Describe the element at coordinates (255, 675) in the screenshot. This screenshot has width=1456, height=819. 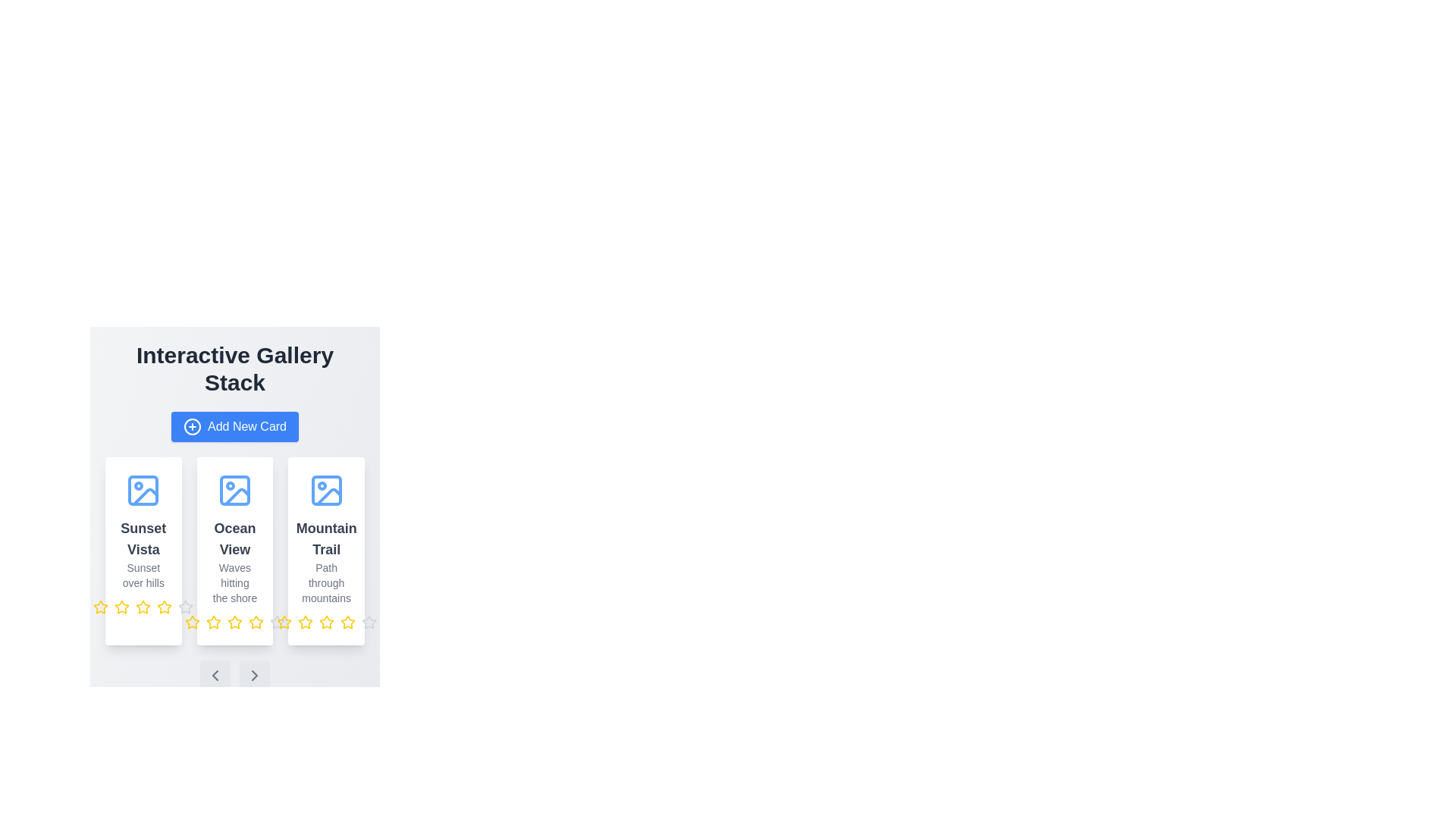
I see `the right-facing chevron icon button located in the navigation button section at the bottom of the interface to change its appearance` at that location.